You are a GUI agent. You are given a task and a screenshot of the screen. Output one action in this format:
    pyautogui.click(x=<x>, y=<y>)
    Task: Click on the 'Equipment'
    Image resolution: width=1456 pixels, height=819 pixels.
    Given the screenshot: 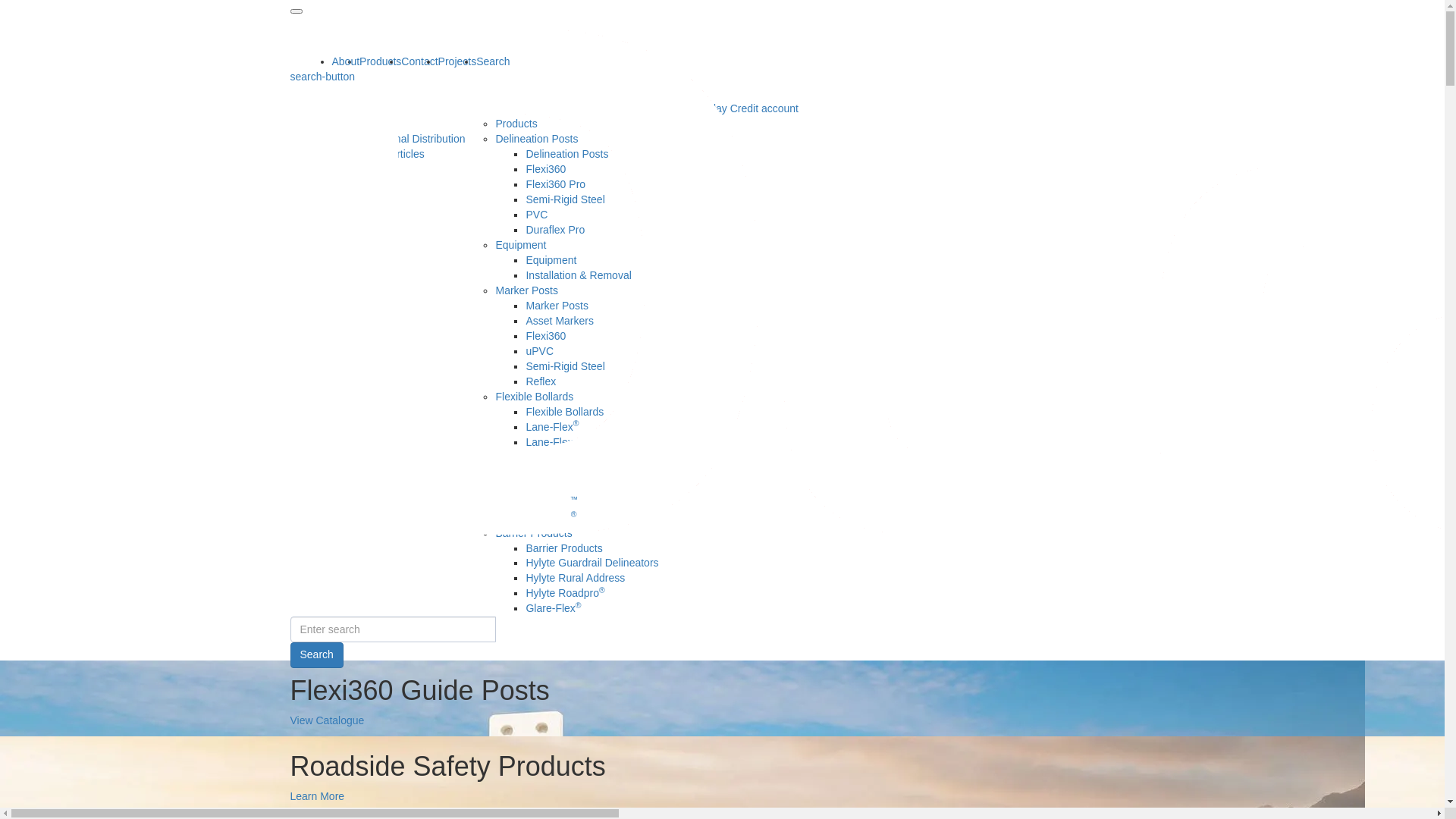 What is the action you would take?
    pyautogui.click(x=520, y=244)
    